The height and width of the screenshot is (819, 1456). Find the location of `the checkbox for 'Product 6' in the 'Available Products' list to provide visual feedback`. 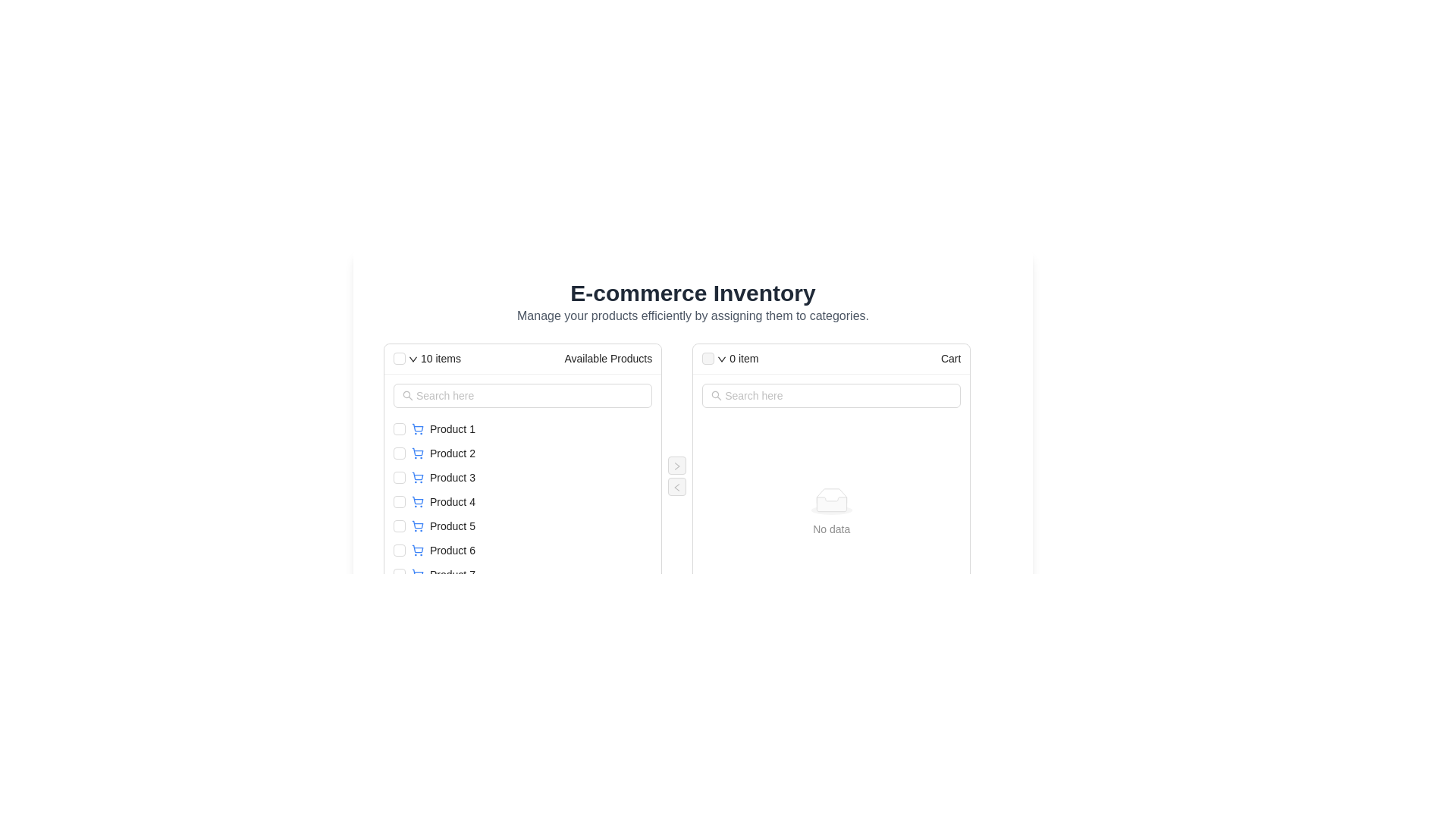

the checkbox for 'Product 6' in the 'Available Products' list to provide visual feedback is located at coordinates (400, 550).